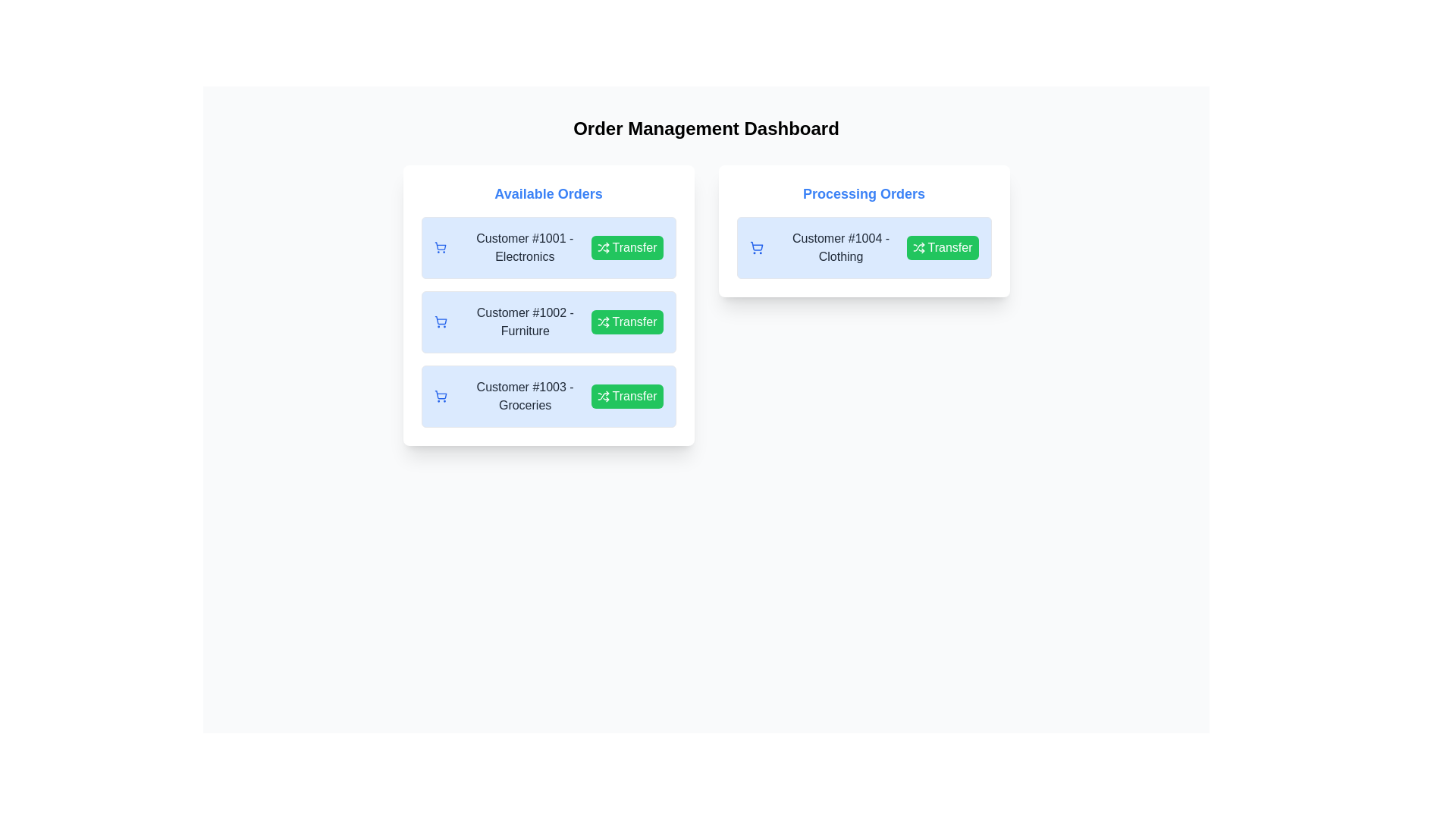 Image resolution: width=1456 pixels, height=819 pixels. What do you see at coordinates (525, 321) in the screenshot?
I see `the text label that identifies and describes the order for 'Customer #1002' in the 'Available Orders' section, located centrally between the shopping cart icon and the 'Transfer' button` at bounding box center [525, 321].